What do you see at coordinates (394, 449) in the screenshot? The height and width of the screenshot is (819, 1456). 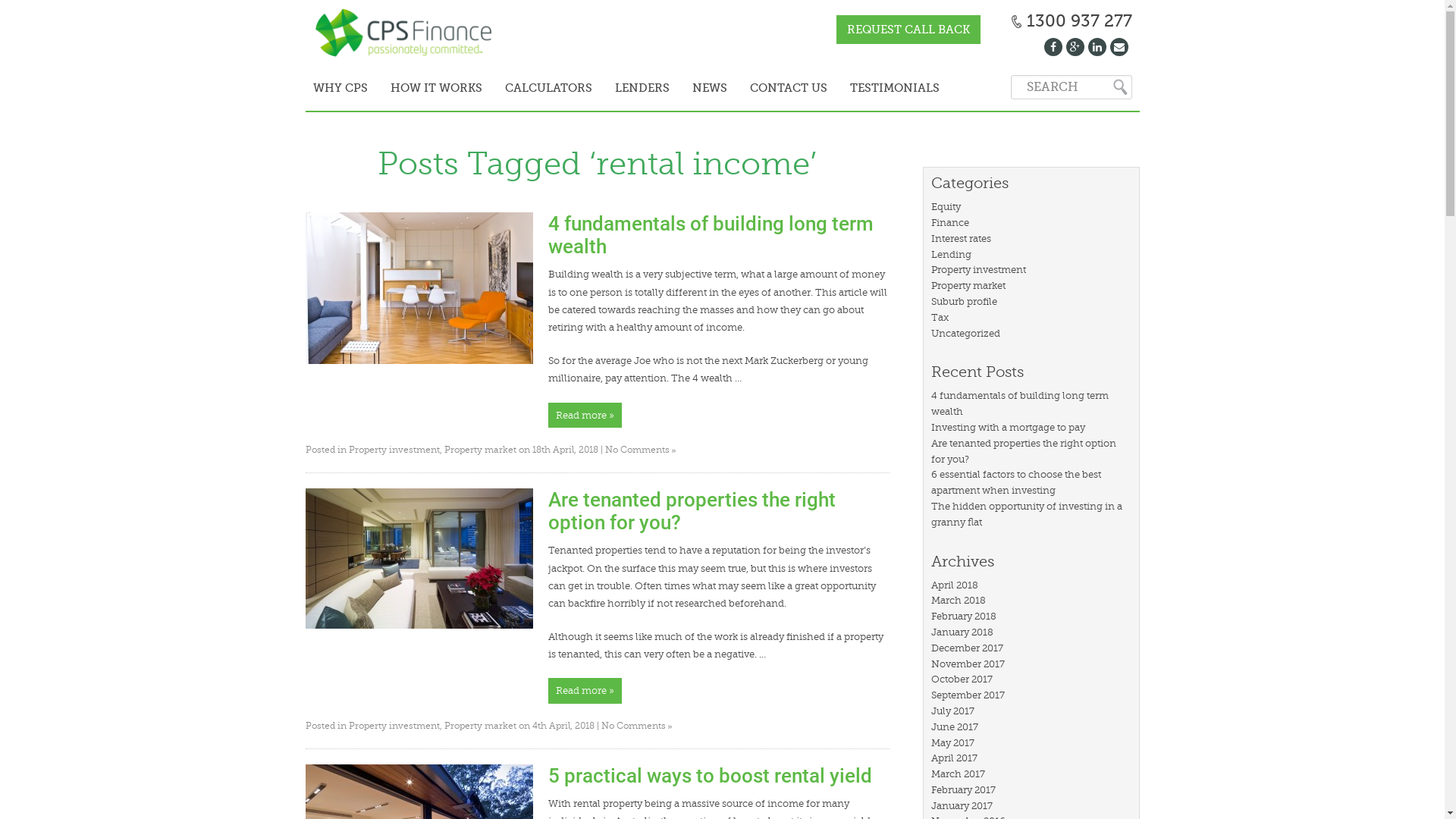 I see `'Property investment'` at bounding box center [394, 449].